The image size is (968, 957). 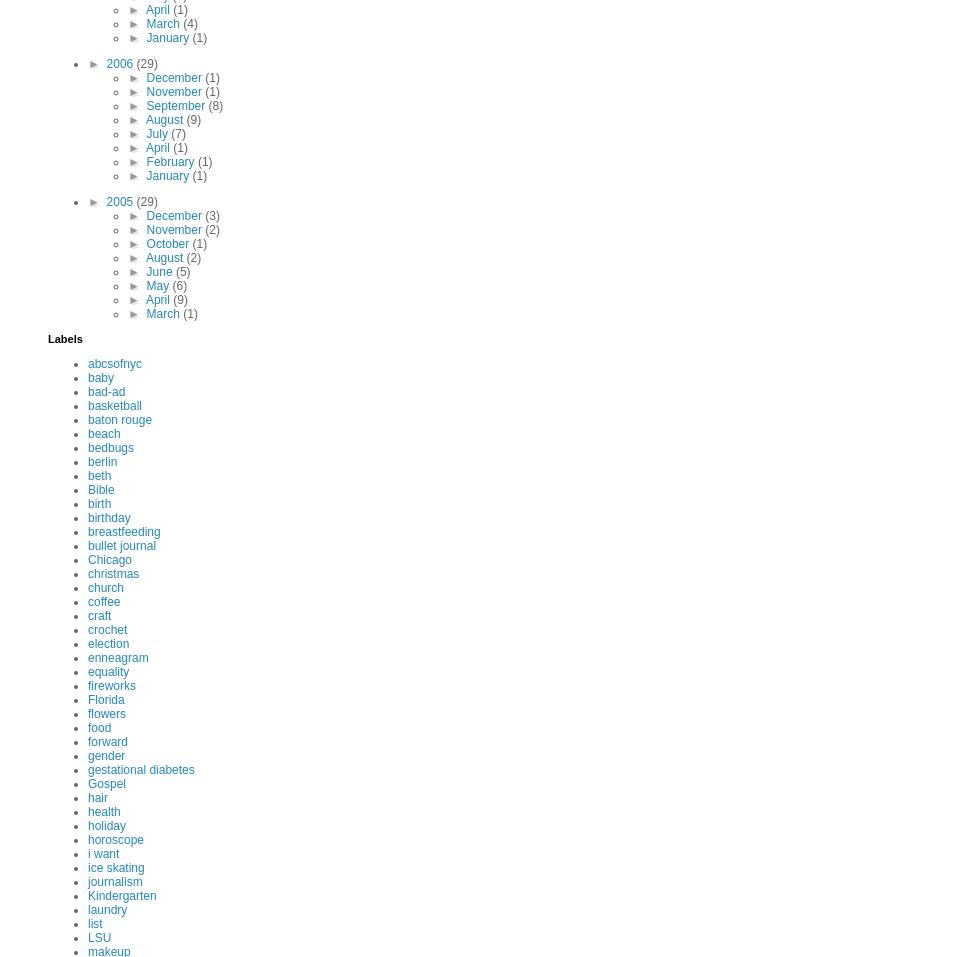 What do you see at coordinates (114, 364) in the screenshot?
I see `'abcsofnyc'` at bounding box center [114, 364].